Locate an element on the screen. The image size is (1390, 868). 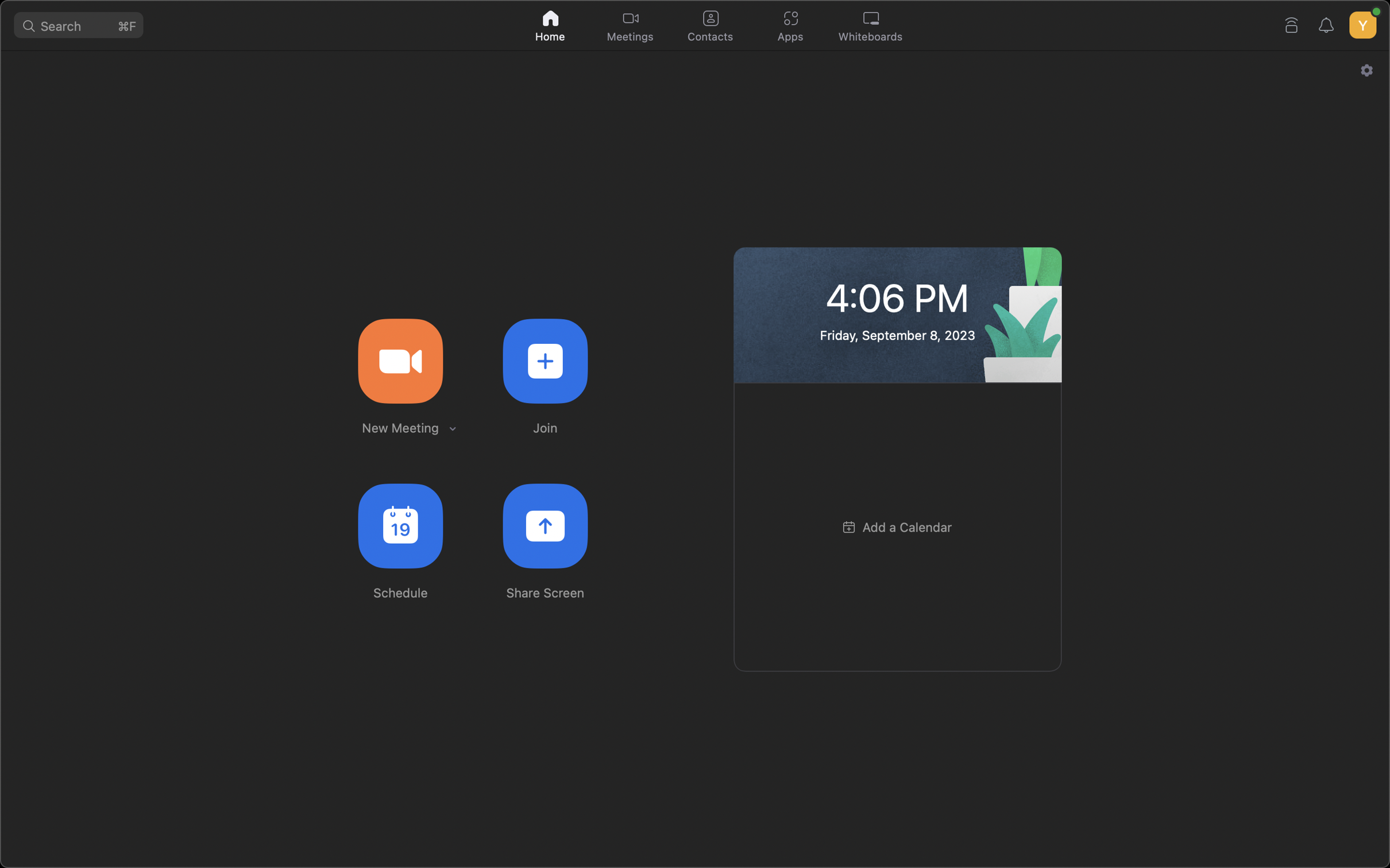
the "home" option to revert to the main page is located at coordinates (551, 24).